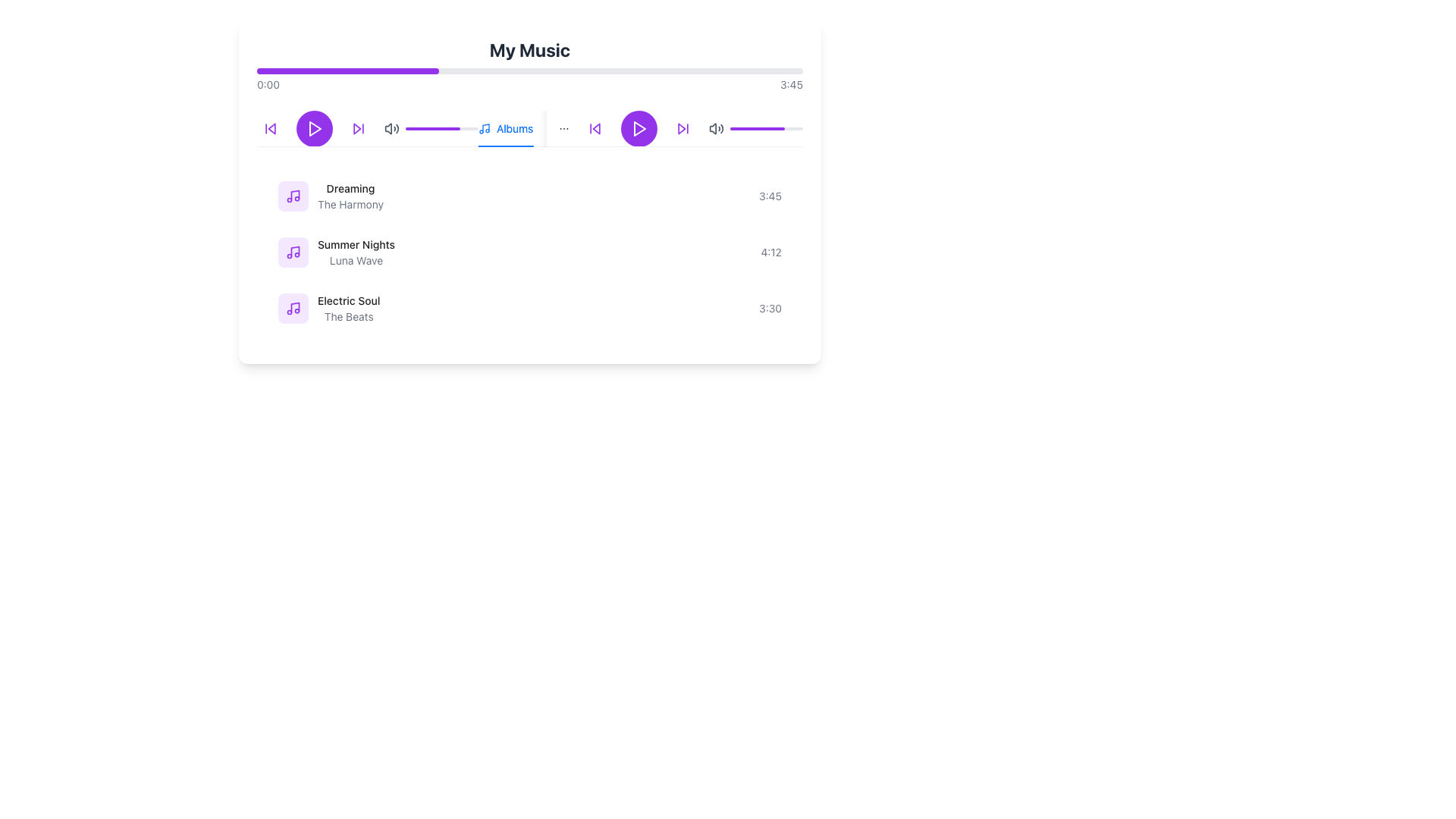  What do you see at coordinates (356, 259) in the screenshot?
I see `the static text label displaying 'Luna Wave', which is located beneath the title 'Summer Nights' and styled in light gray font` at bounding box center [356, 259].